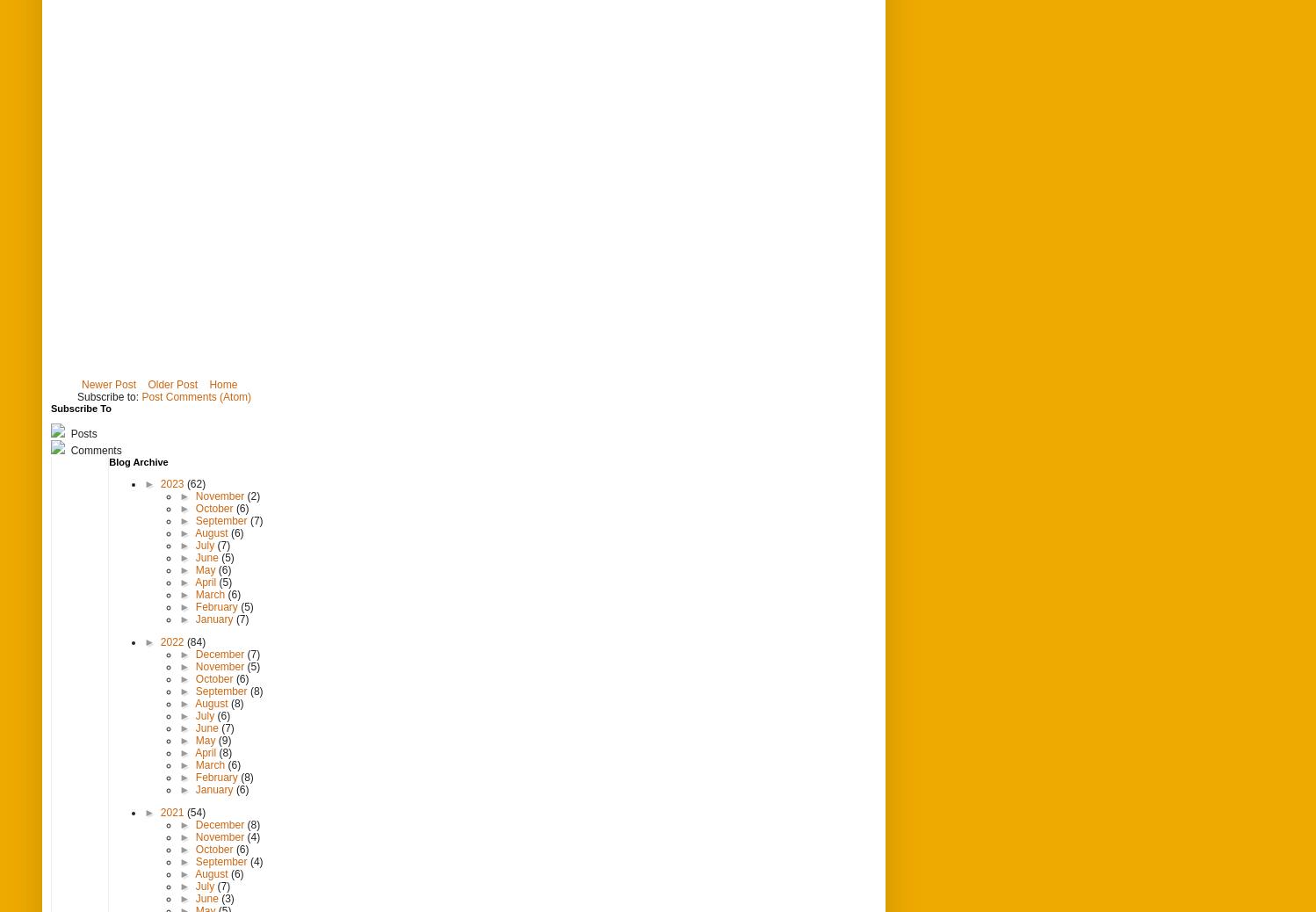 The width and height of the screenshot is (1316, 912). Describe the element at coordinates (228, 898) in the screenshot. I see `'(3)'` at that location.